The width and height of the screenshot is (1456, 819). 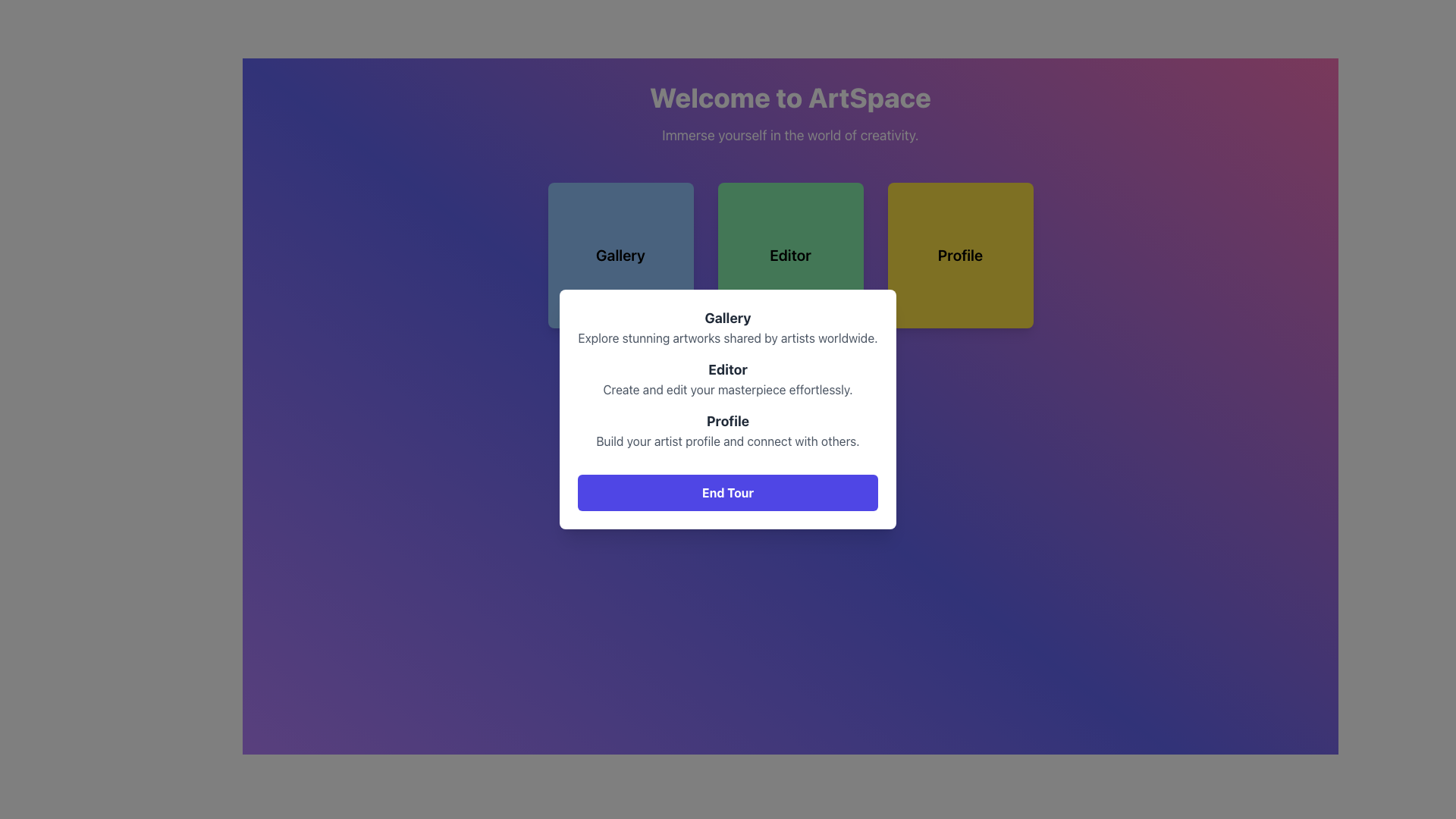 I want to click on the 'Editor' button, so click(x=789, y=254).